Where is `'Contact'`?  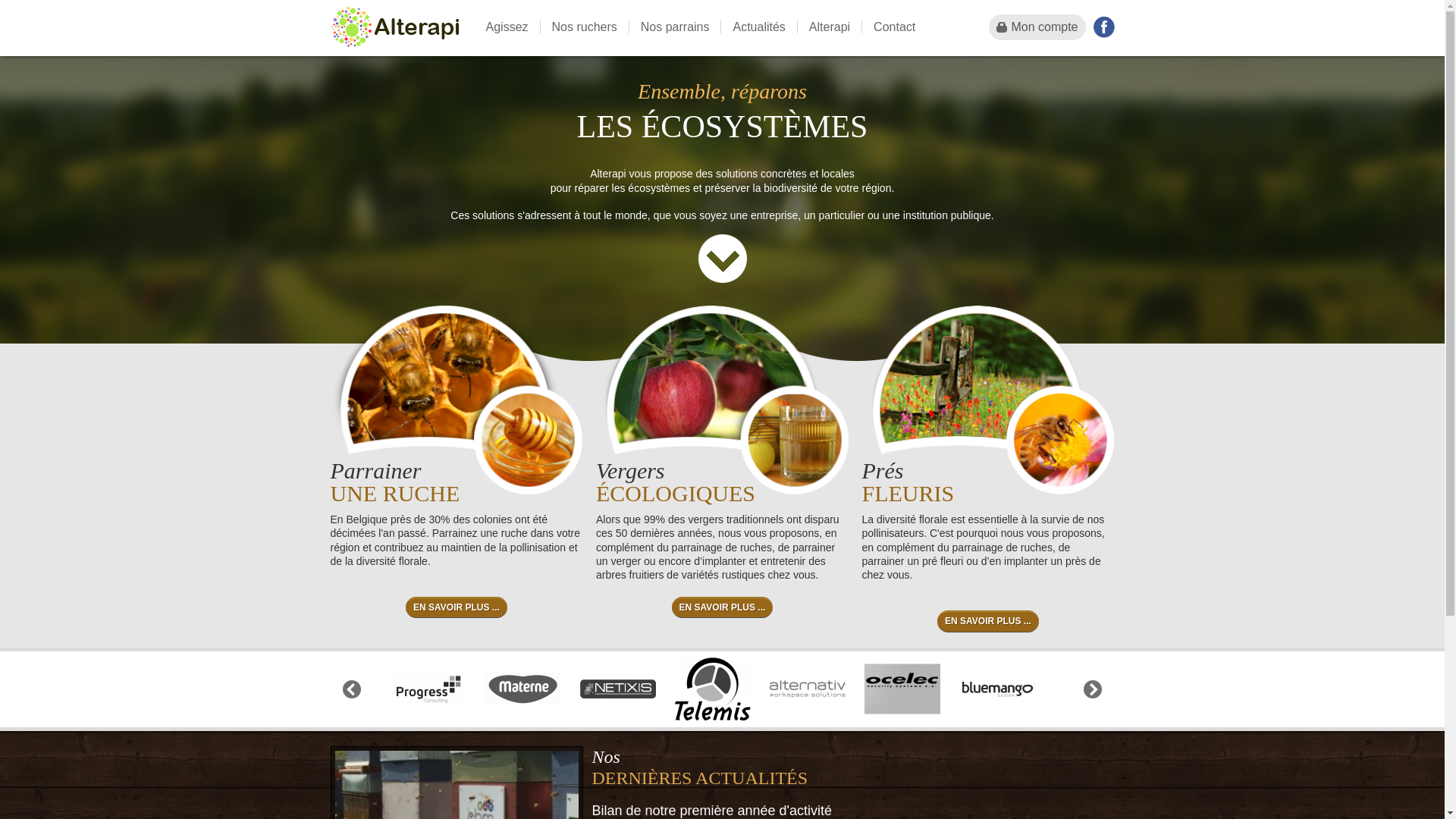
'Contact' is located at coordinates (861, 27).